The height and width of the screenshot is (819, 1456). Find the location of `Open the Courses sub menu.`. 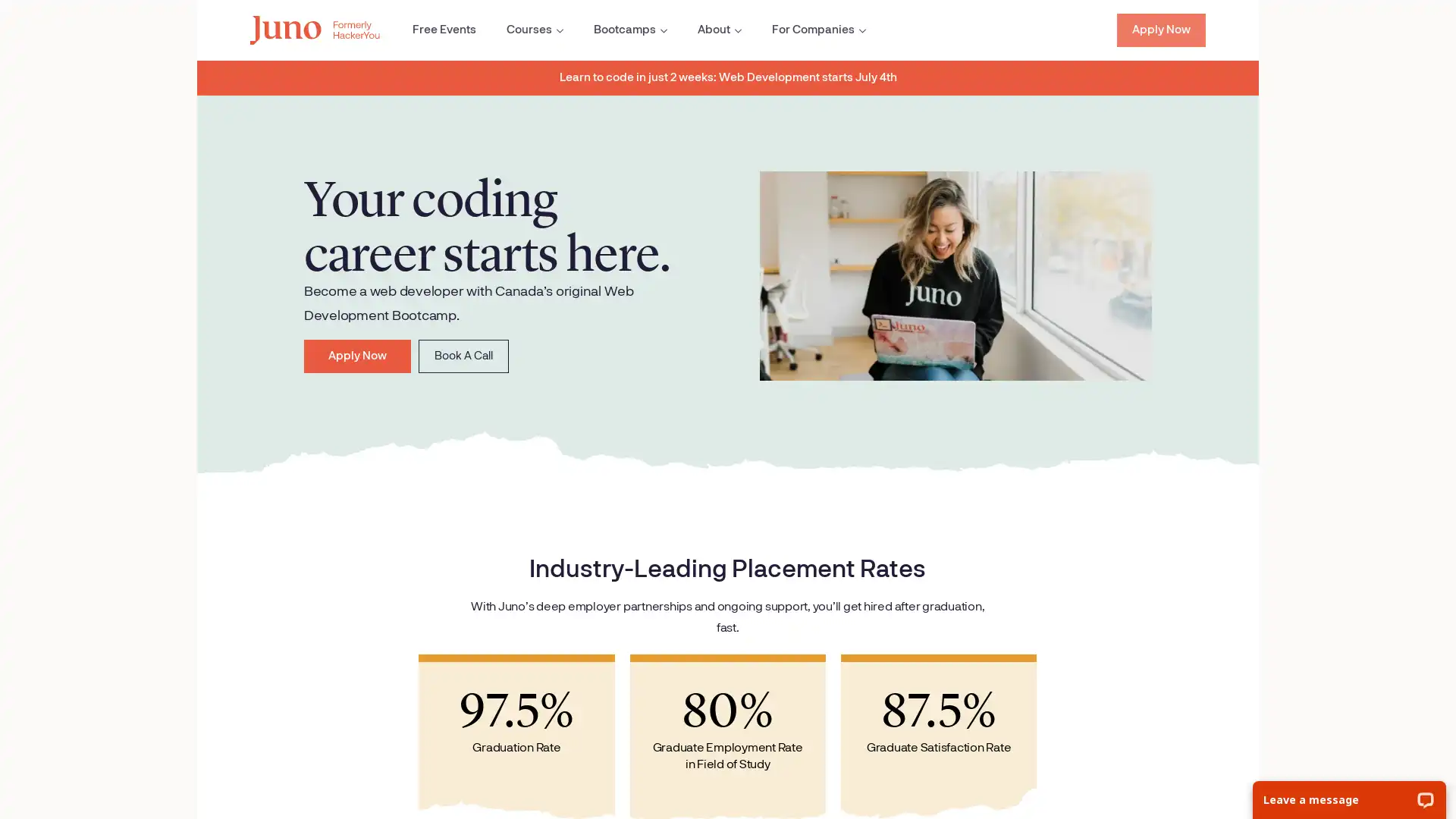

Open the Courses sub menu. is located at coordinates (521, 30).